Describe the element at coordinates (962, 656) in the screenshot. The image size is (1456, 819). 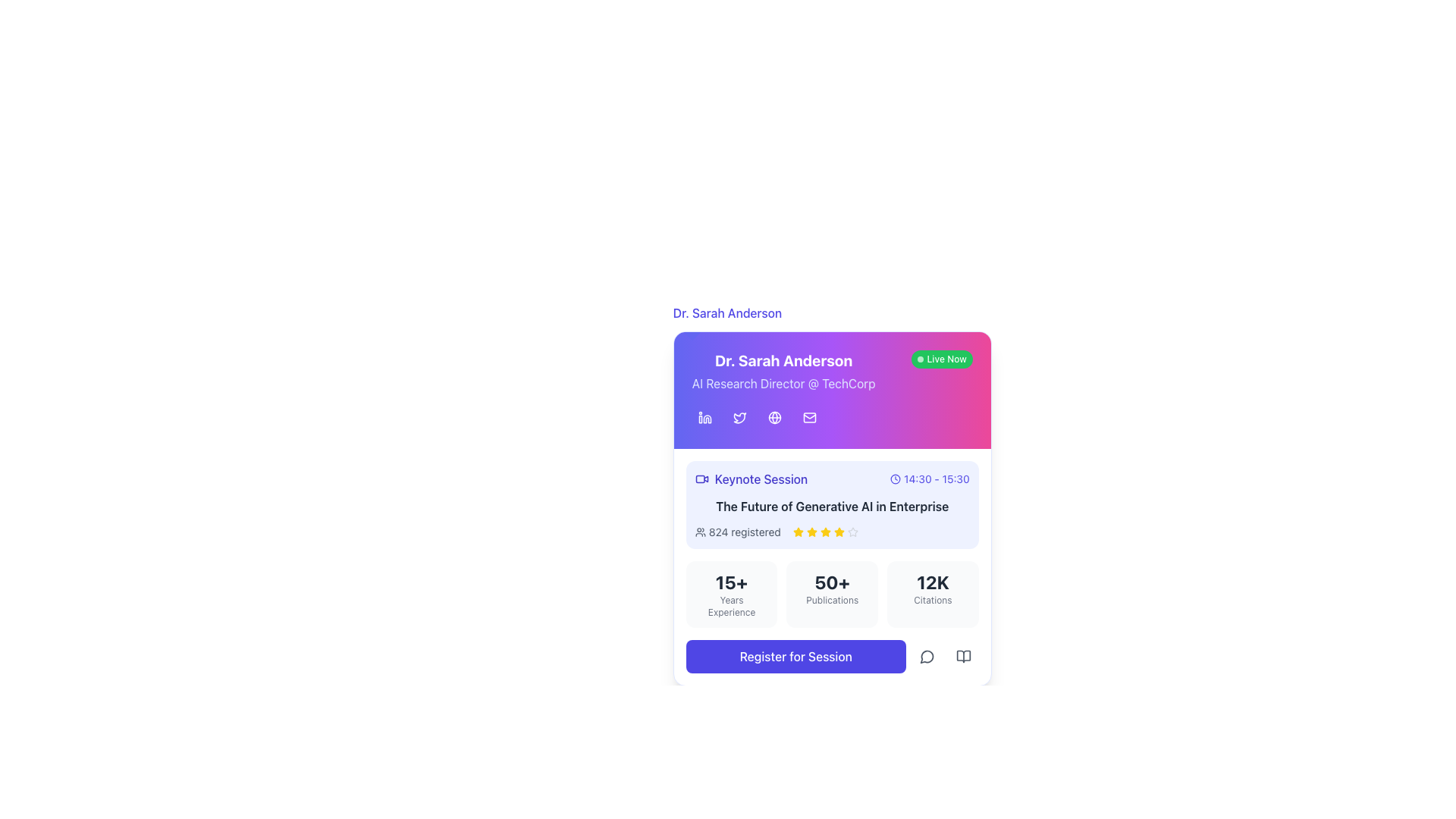
I see `the icon button located at the bottom-right corner of the 'Register for Session' section` at that location.